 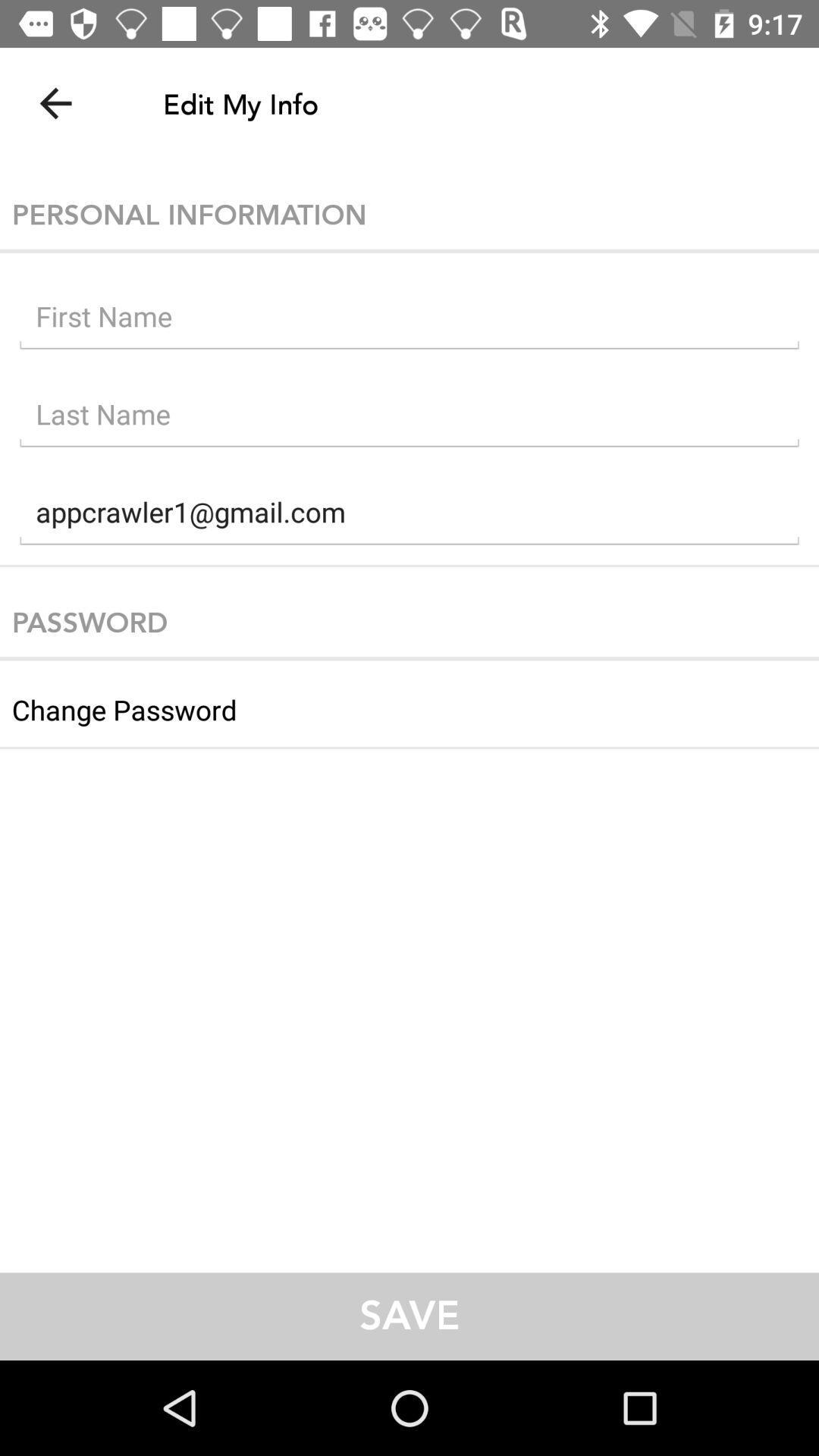 What do you see at coordinates (409, 319) in the screenshot?
I see `input field for first name` at bounding box center [409, 319].